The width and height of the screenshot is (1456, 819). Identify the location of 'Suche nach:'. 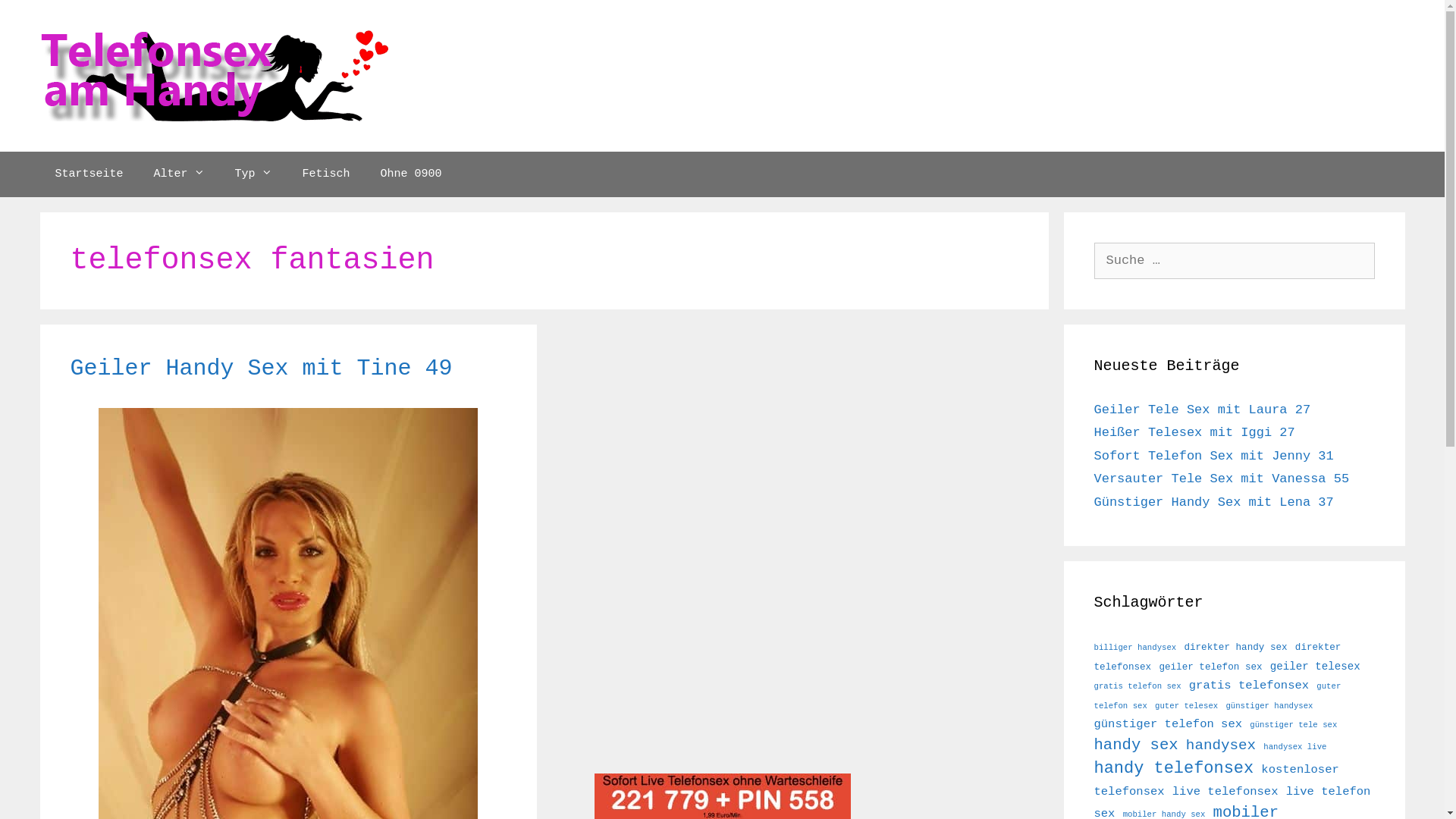
(1234, 259).